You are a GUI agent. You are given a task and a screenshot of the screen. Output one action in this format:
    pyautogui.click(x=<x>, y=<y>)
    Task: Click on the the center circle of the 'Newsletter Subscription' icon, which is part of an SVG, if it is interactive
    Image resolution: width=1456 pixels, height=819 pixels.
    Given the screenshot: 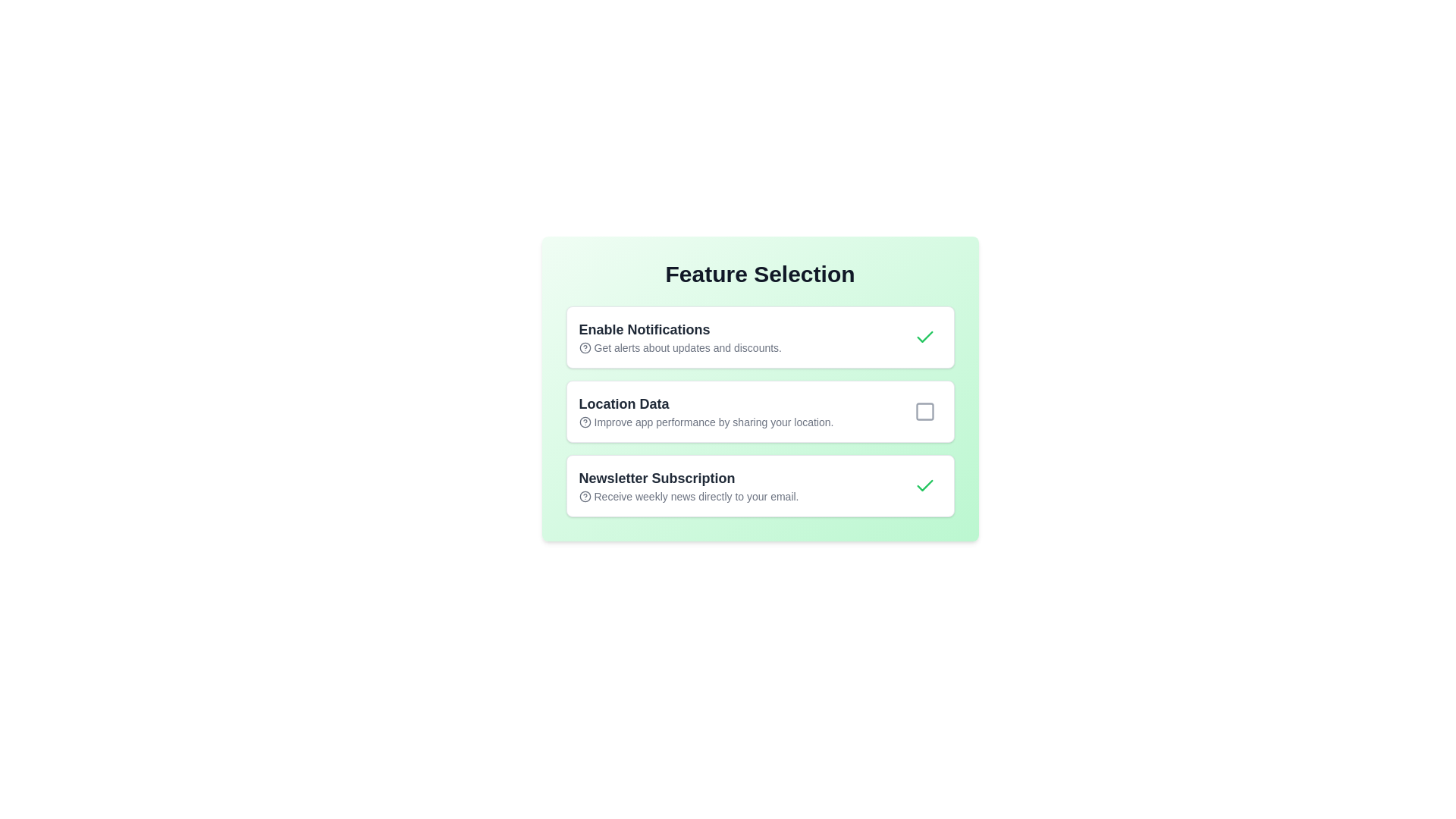 What is the action you would take?
    pyautogui.click(x=584, y=497)
    